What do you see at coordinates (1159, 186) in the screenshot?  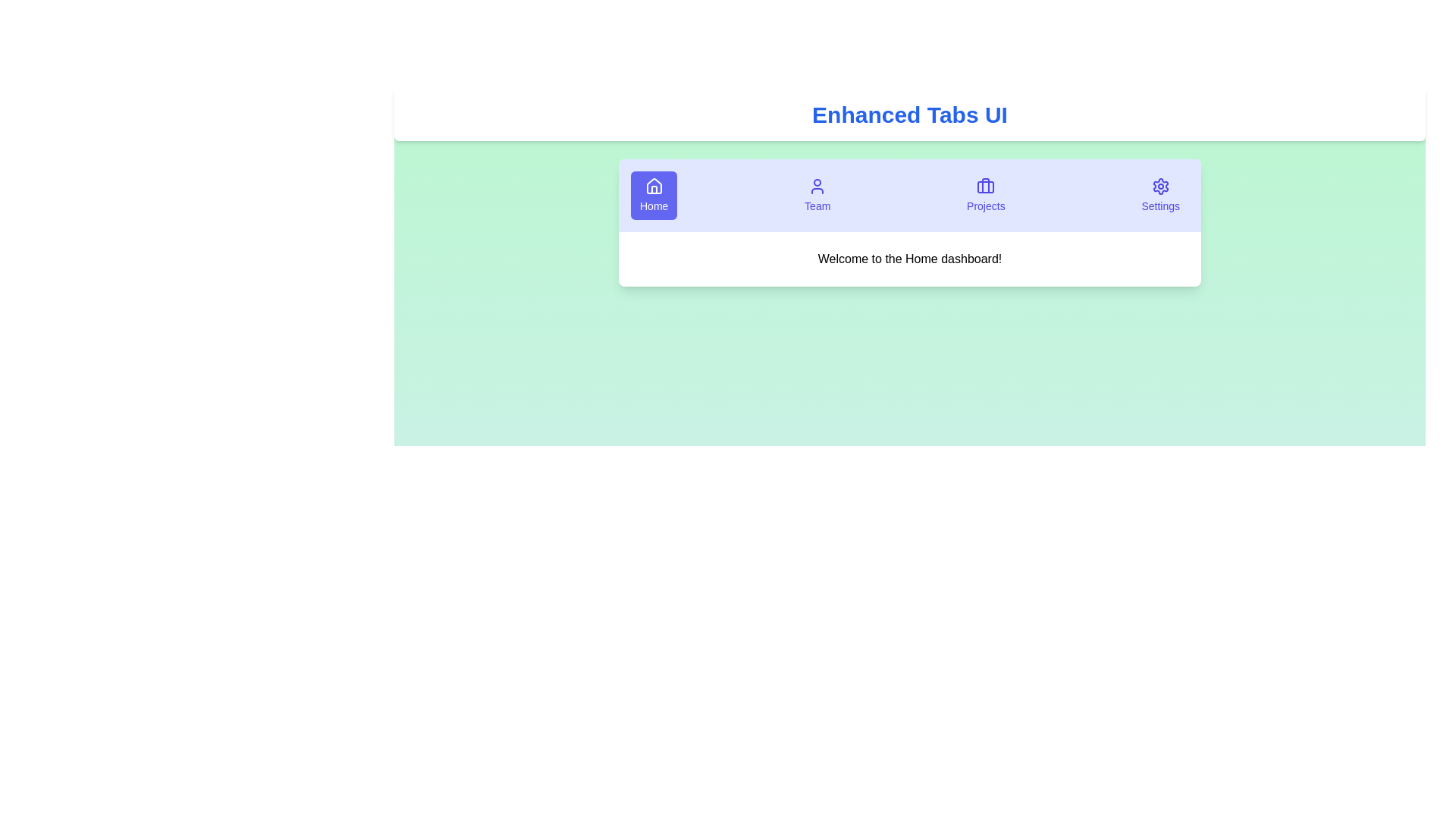 I see `the SVG settings cogwheel icon located next to the 'Settings' label in the navigation menu` at bounding box center [1159, 186].